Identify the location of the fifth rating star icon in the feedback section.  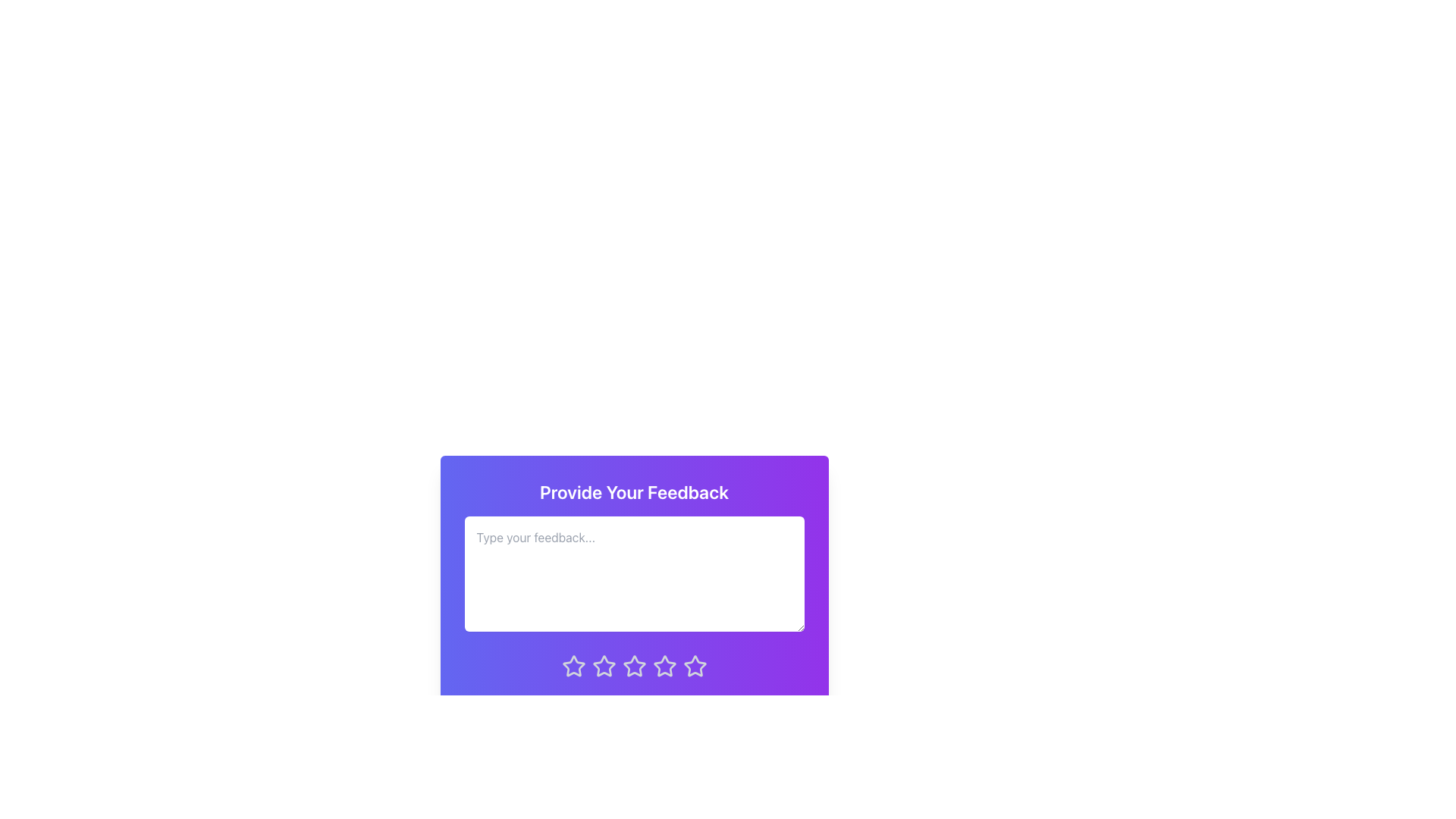
(664, 666).